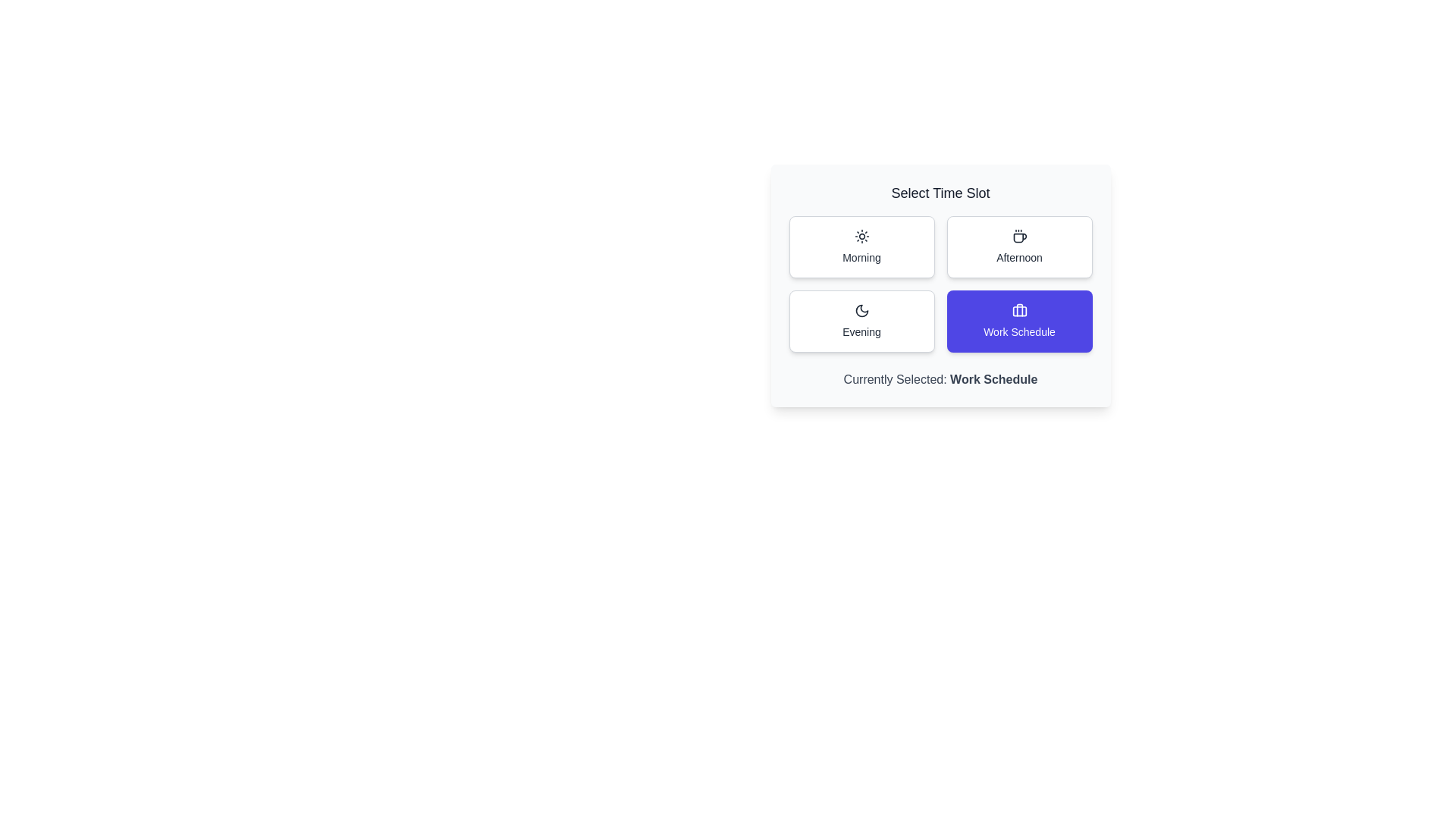 The width and height of the screenshot is (1456, 819). Describe the element at coordinates (861, 246) in the screenshot. I see `the button labeled Morning to observe its hover effect` at that location.